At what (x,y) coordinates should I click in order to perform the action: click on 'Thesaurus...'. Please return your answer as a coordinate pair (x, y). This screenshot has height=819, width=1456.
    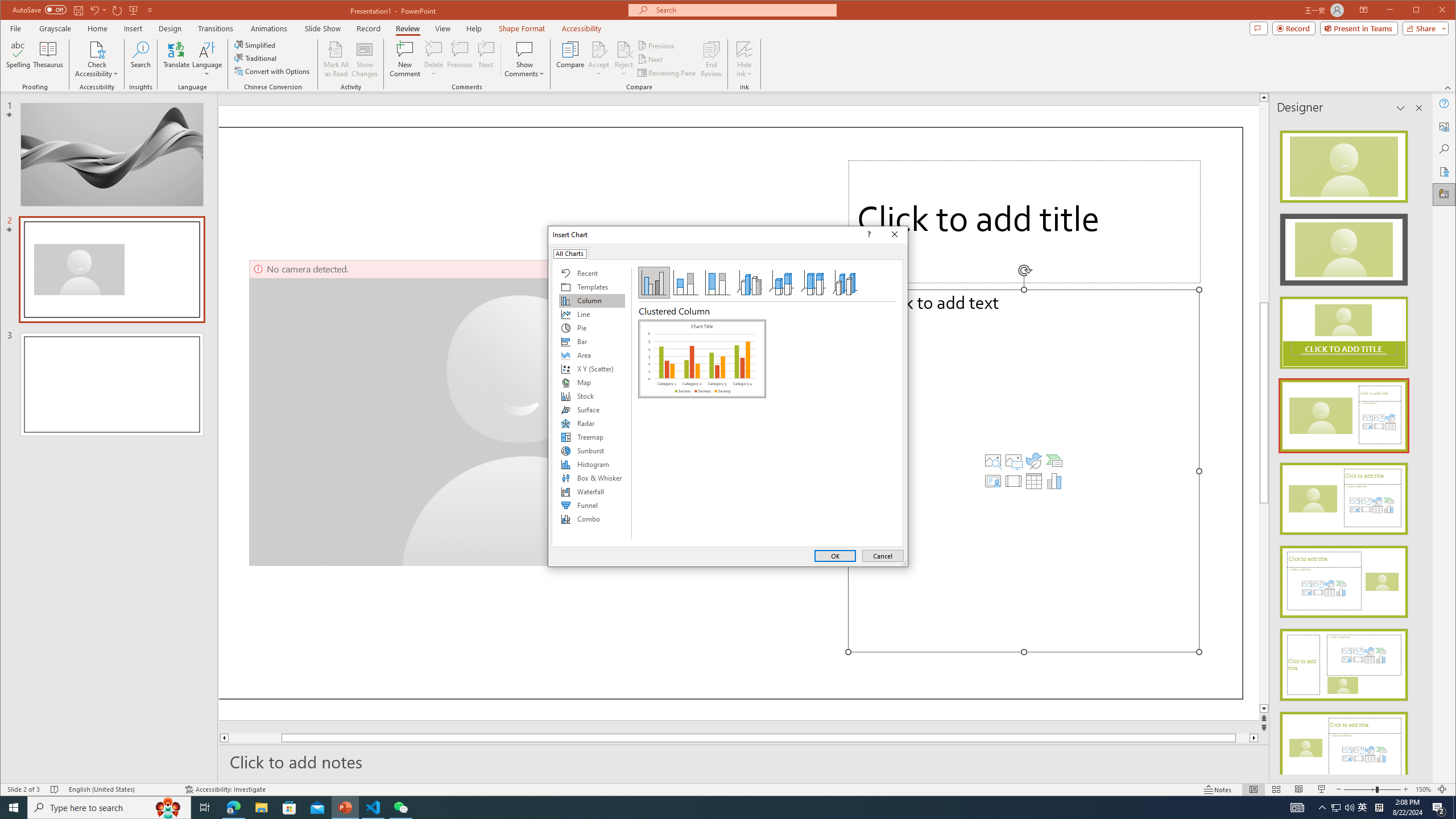
    Looking at the image, I should click on (48, 59).